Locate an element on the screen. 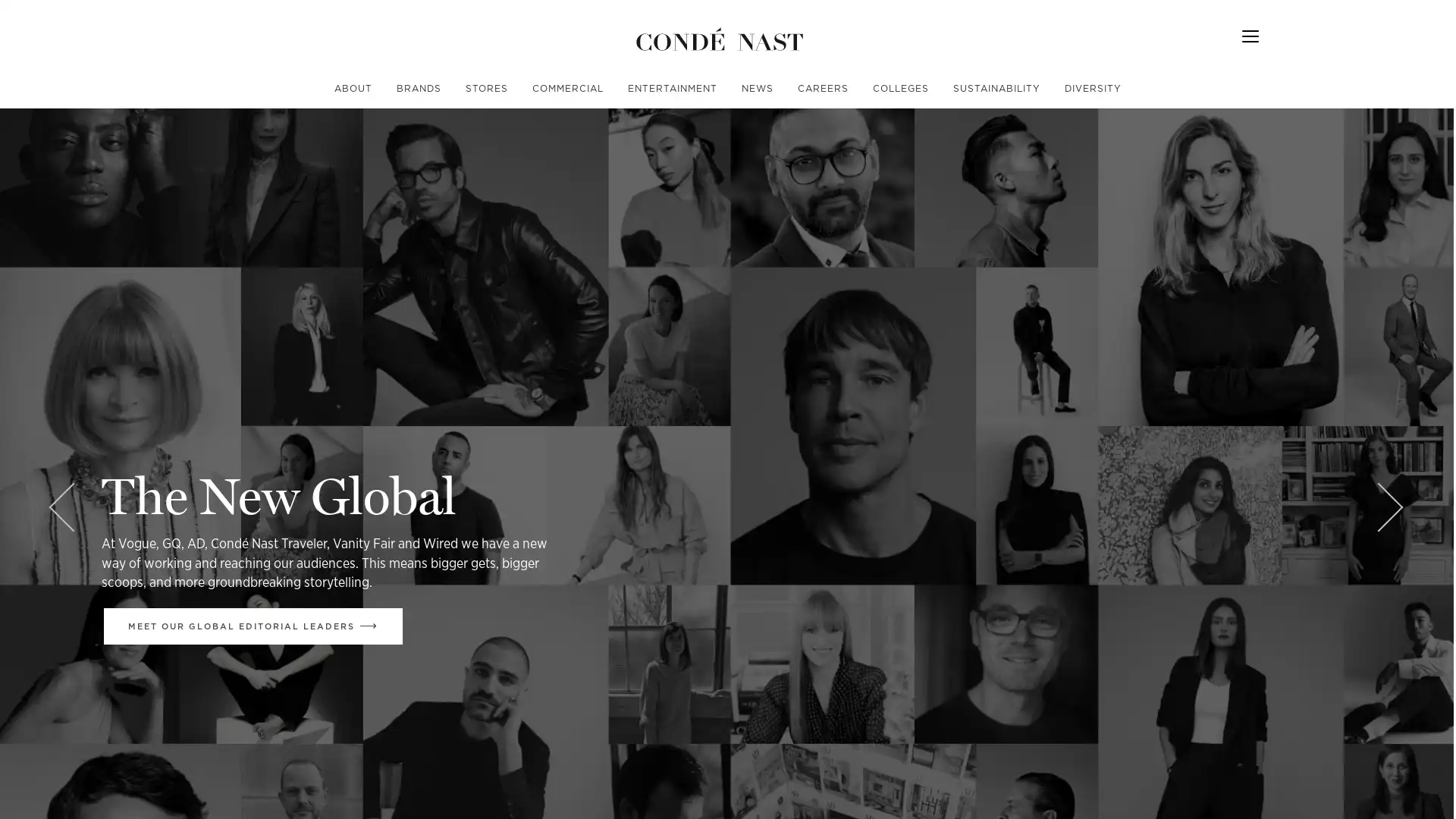 This screenshot has width=1456, height=819. Menu is located at coordinates (1250, 36).